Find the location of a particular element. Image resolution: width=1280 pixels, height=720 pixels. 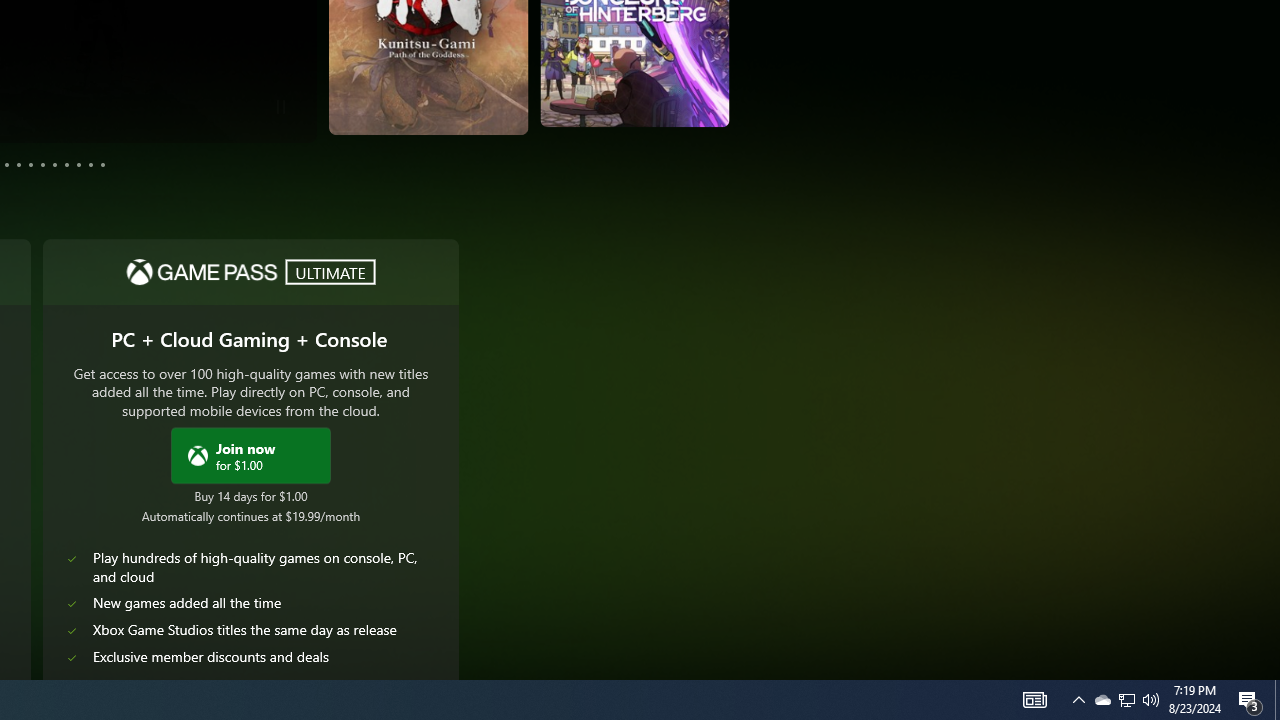

'Page 6' is located at coordinates (31, 163).